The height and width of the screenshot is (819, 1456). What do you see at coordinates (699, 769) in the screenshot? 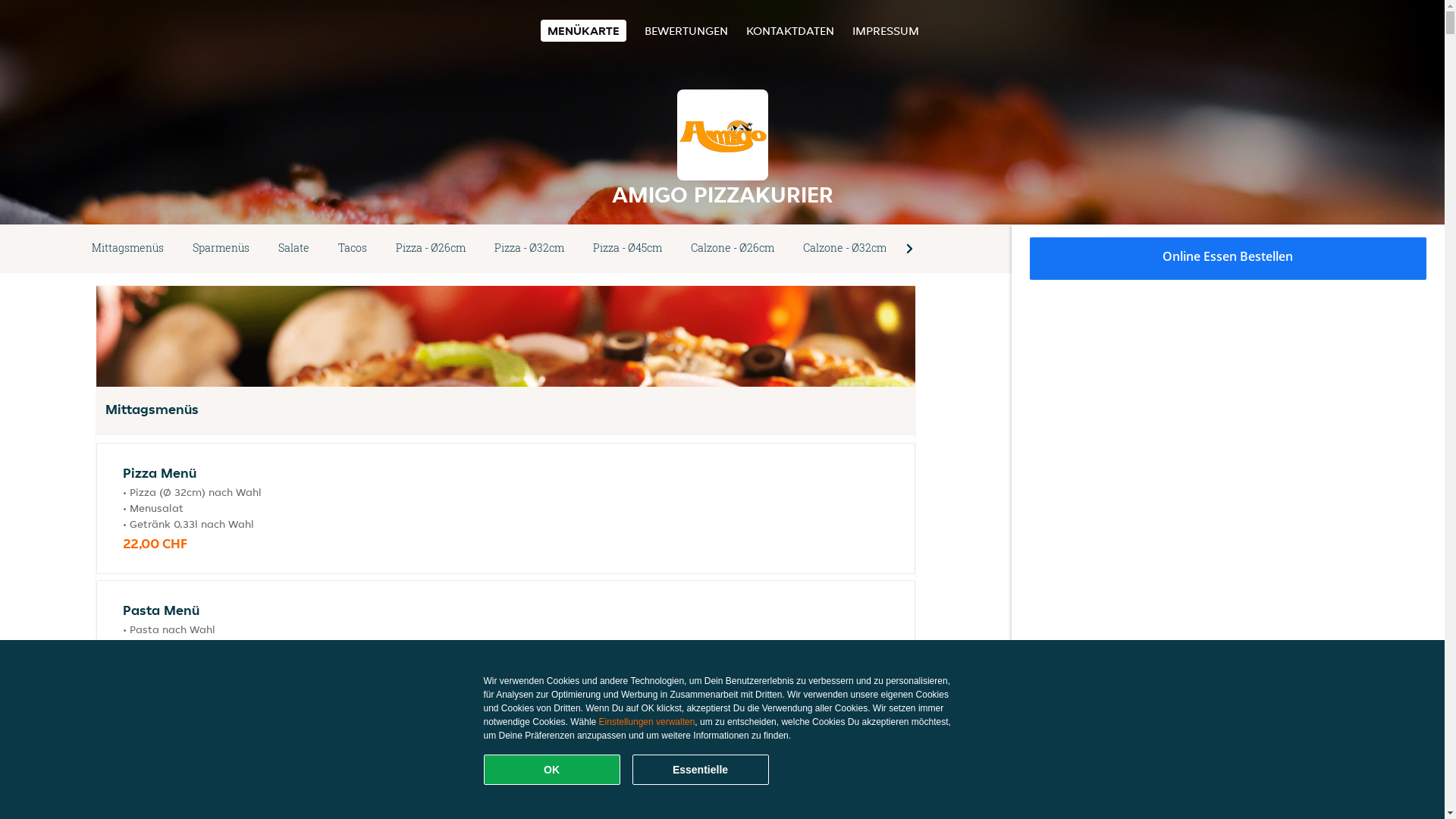
I see `'Essentielle'` at bounding box center [699, 769].